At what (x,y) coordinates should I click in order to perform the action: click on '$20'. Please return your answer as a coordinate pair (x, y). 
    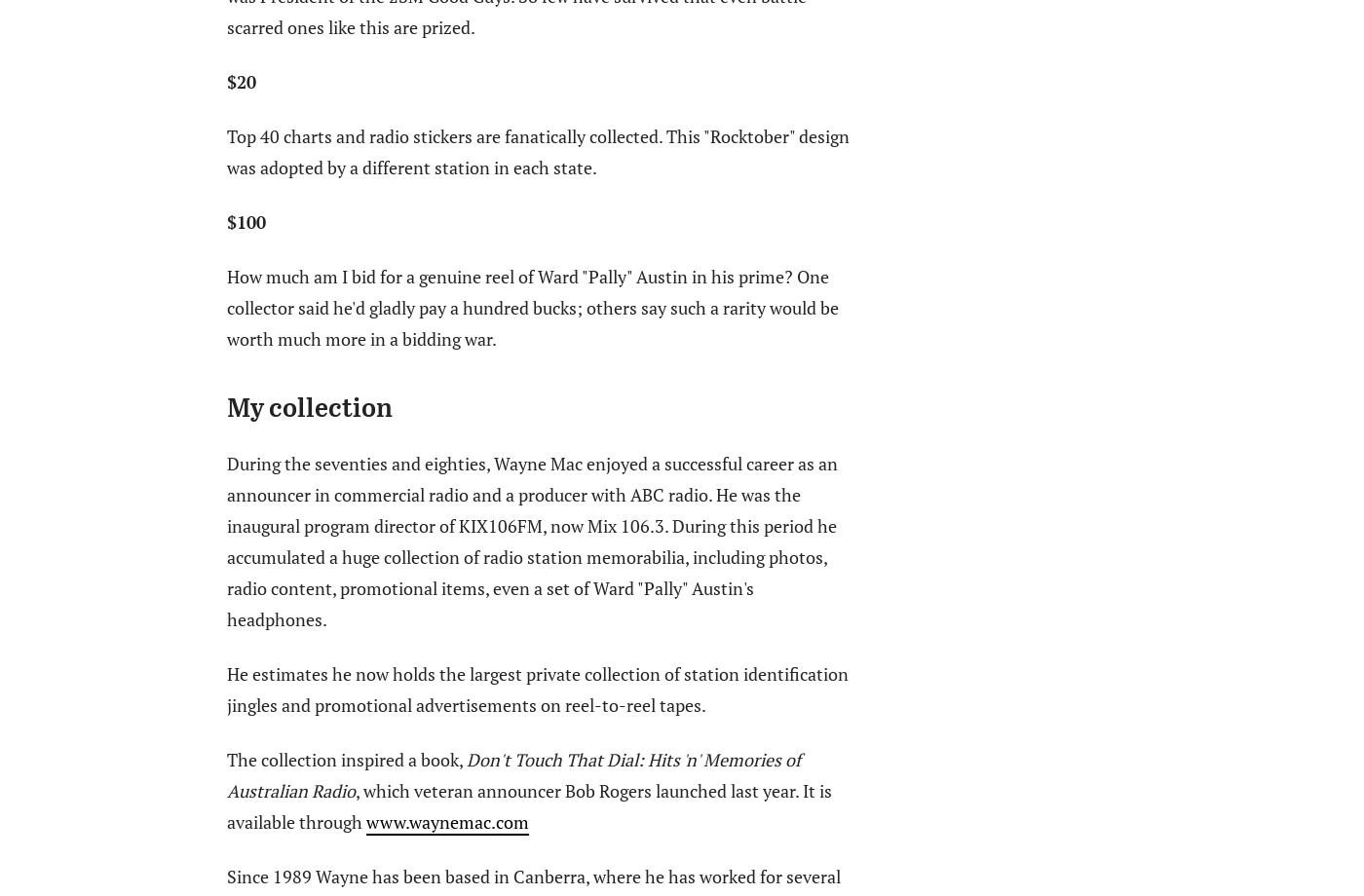
    Looking at the image, I should click on (240, 80).